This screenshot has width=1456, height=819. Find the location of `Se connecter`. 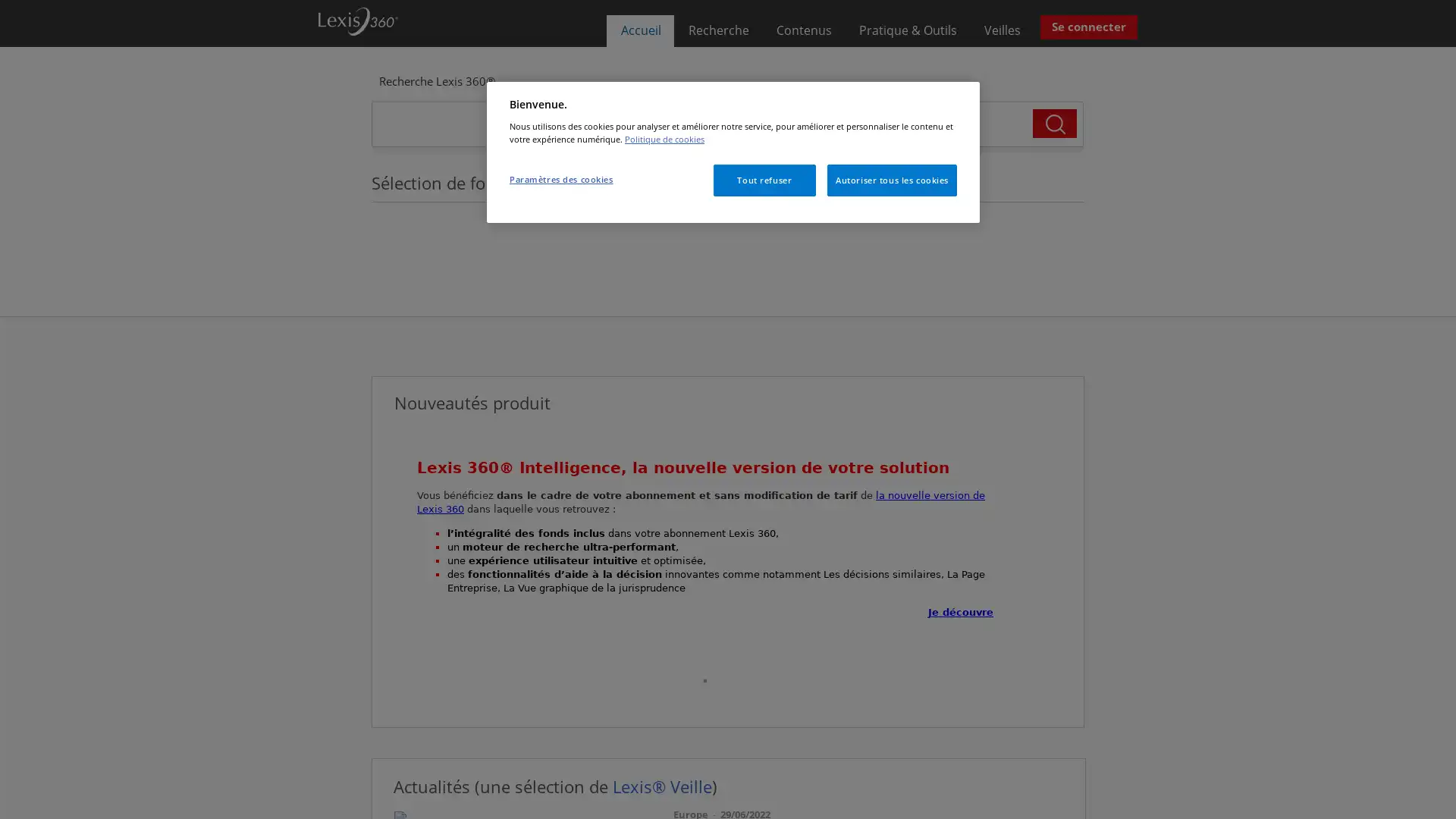

Se connecter is located at coordinates (1087, 27).